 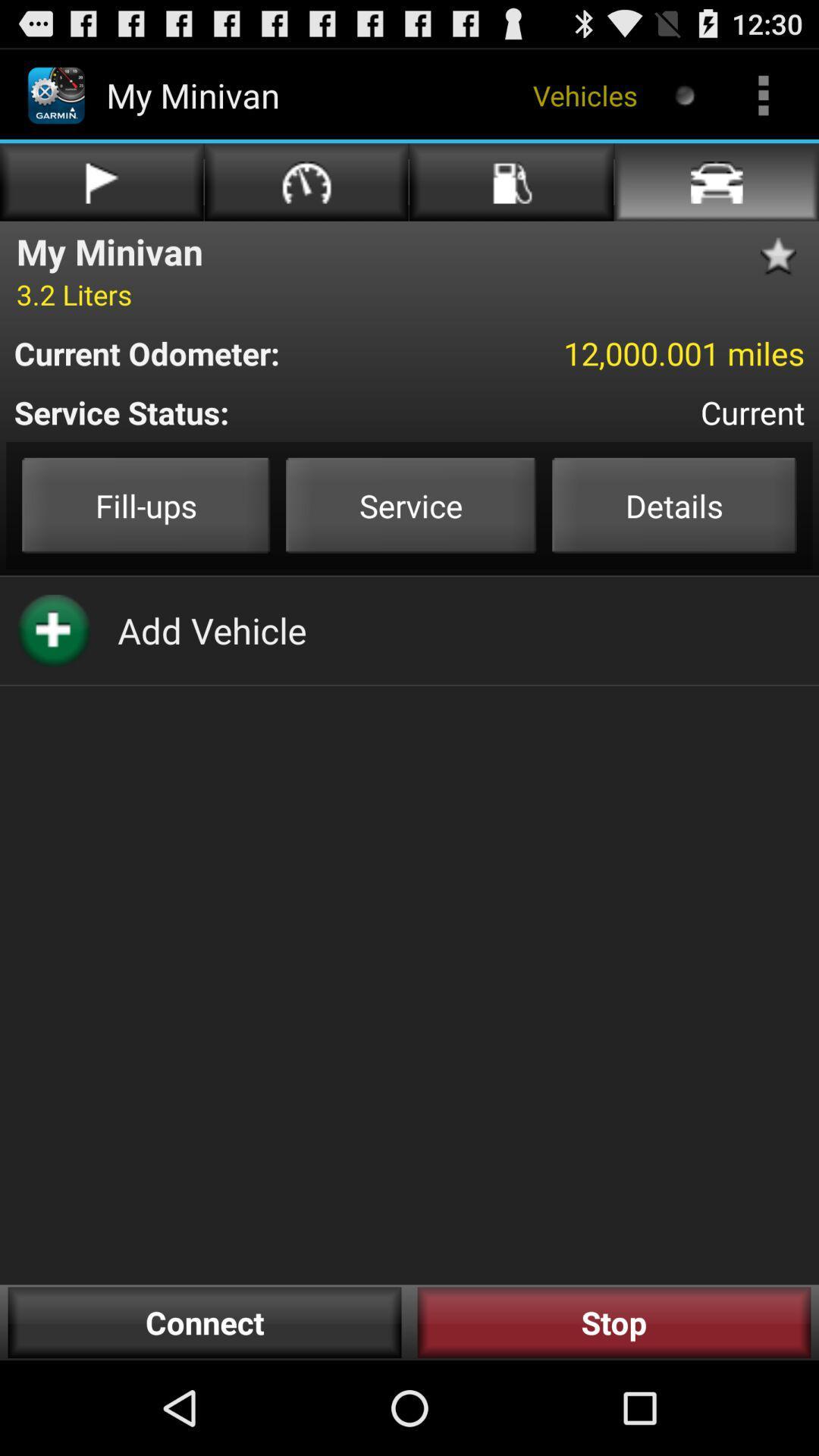 I want to click on the app above service status: app, so click(x=218, y=352).